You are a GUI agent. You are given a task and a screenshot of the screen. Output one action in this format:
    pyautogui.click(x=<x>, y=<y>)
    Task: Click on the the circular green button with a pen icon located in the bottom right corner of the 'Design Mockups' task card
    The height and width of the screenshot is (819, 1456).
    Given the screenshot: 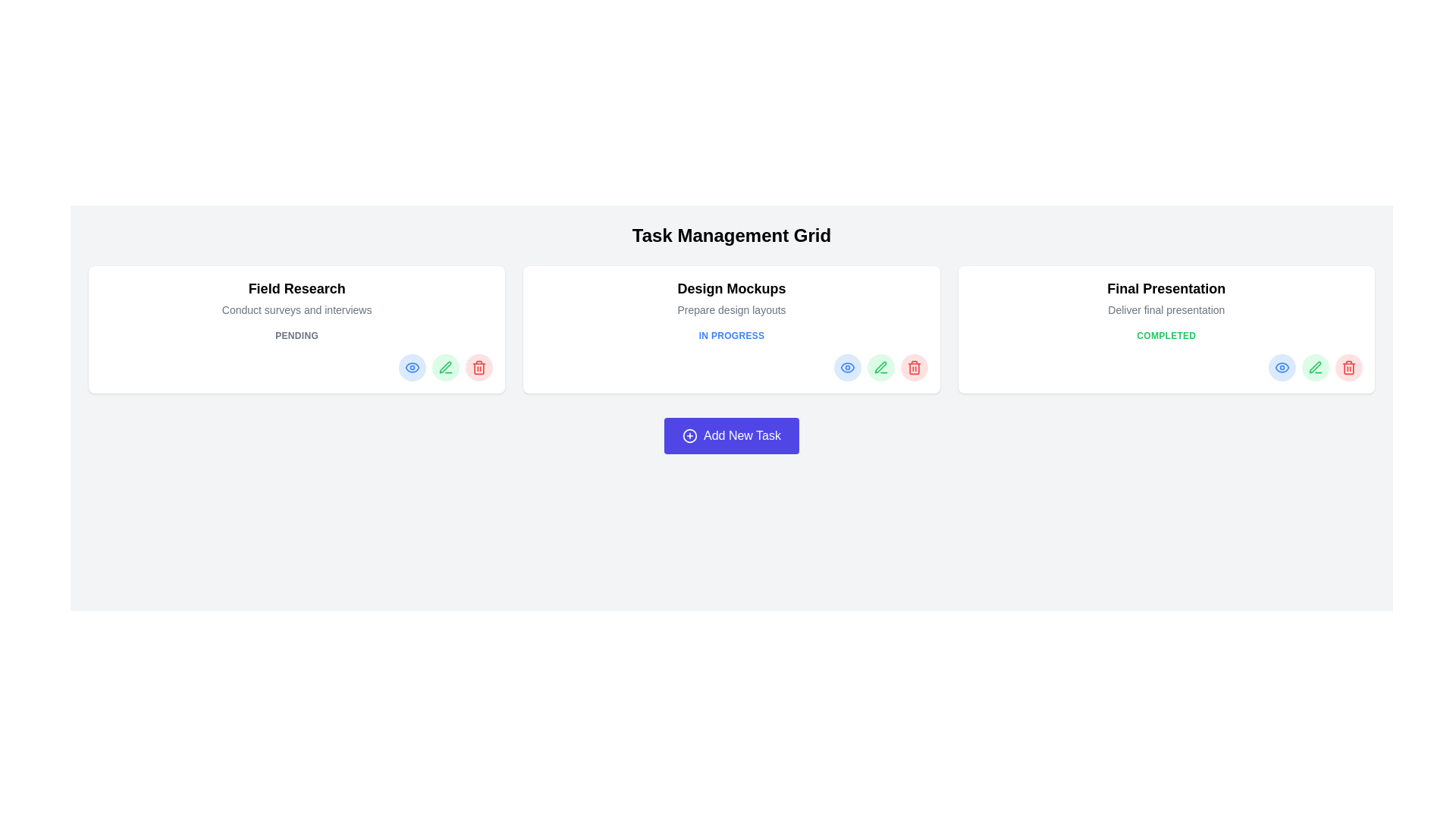 What is the action you would take?
    pyautogui.click(x=880, y=368)
    